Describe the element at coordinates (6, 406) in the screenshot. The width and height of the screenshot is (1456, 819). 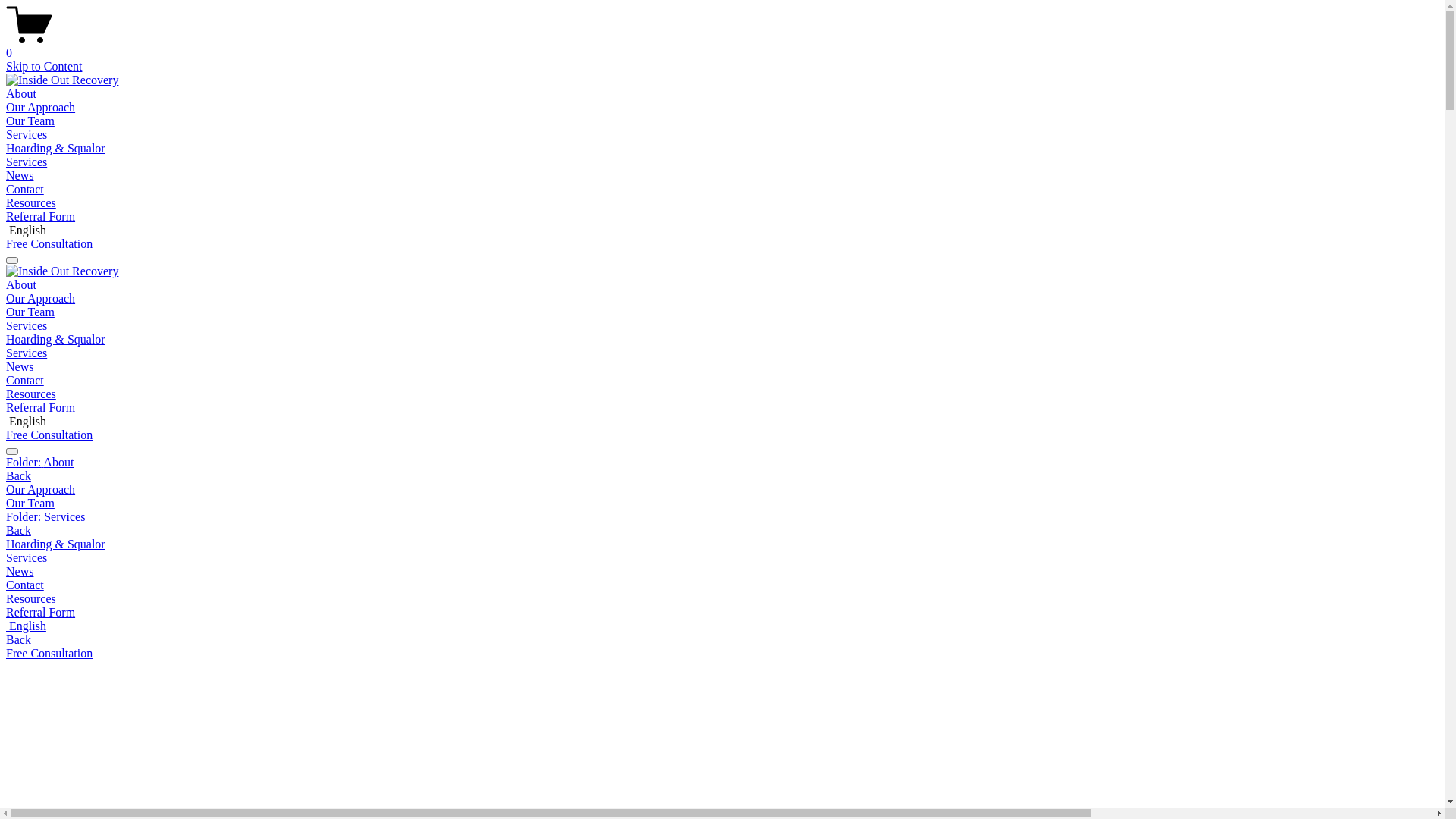
I see `'Referral Form'` at that location.